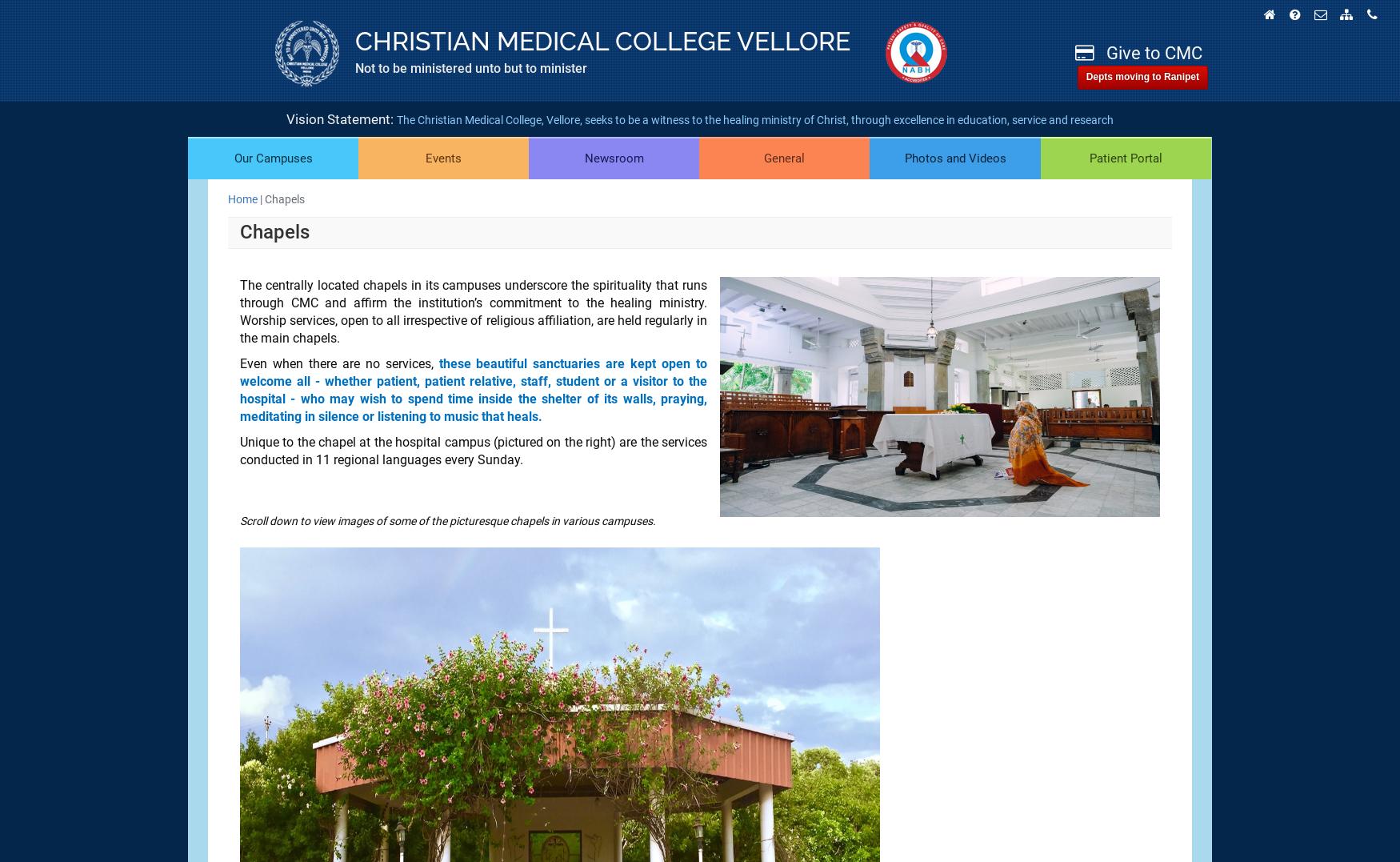  I want to click on 'Scroll down to view images of some of the picturesque chapels in various campuses.', so click(447, 521).